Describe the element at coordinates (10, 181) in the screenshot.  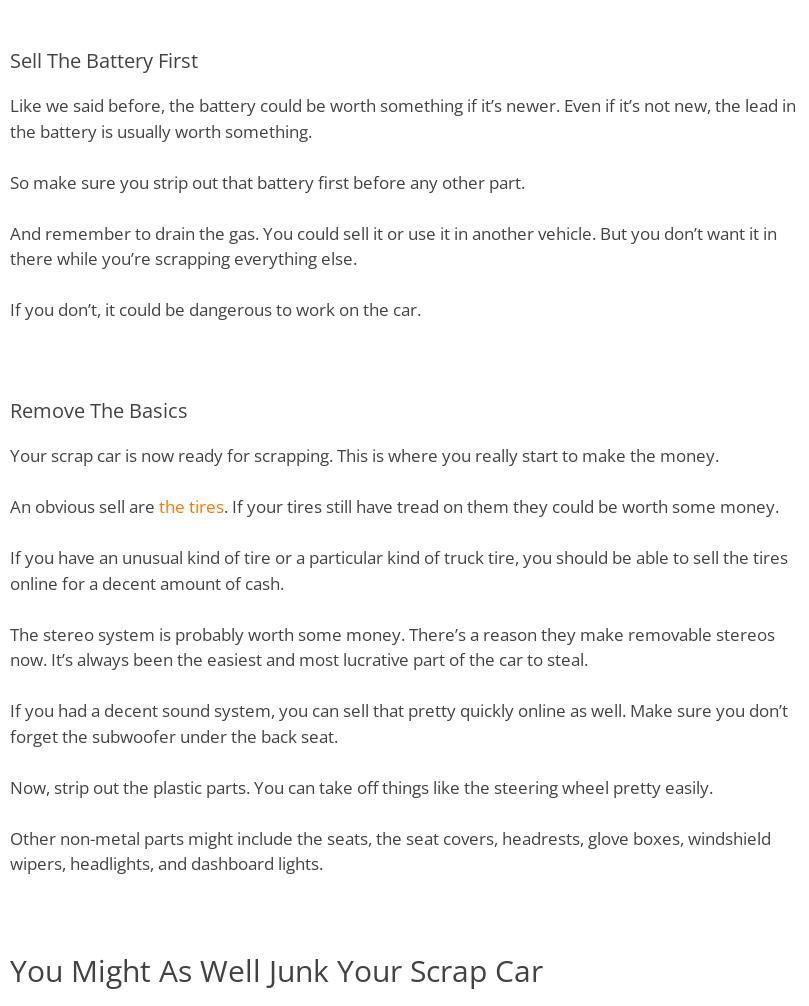
I see `'So make sure you strip out that battery first before any other part.'` at that location.